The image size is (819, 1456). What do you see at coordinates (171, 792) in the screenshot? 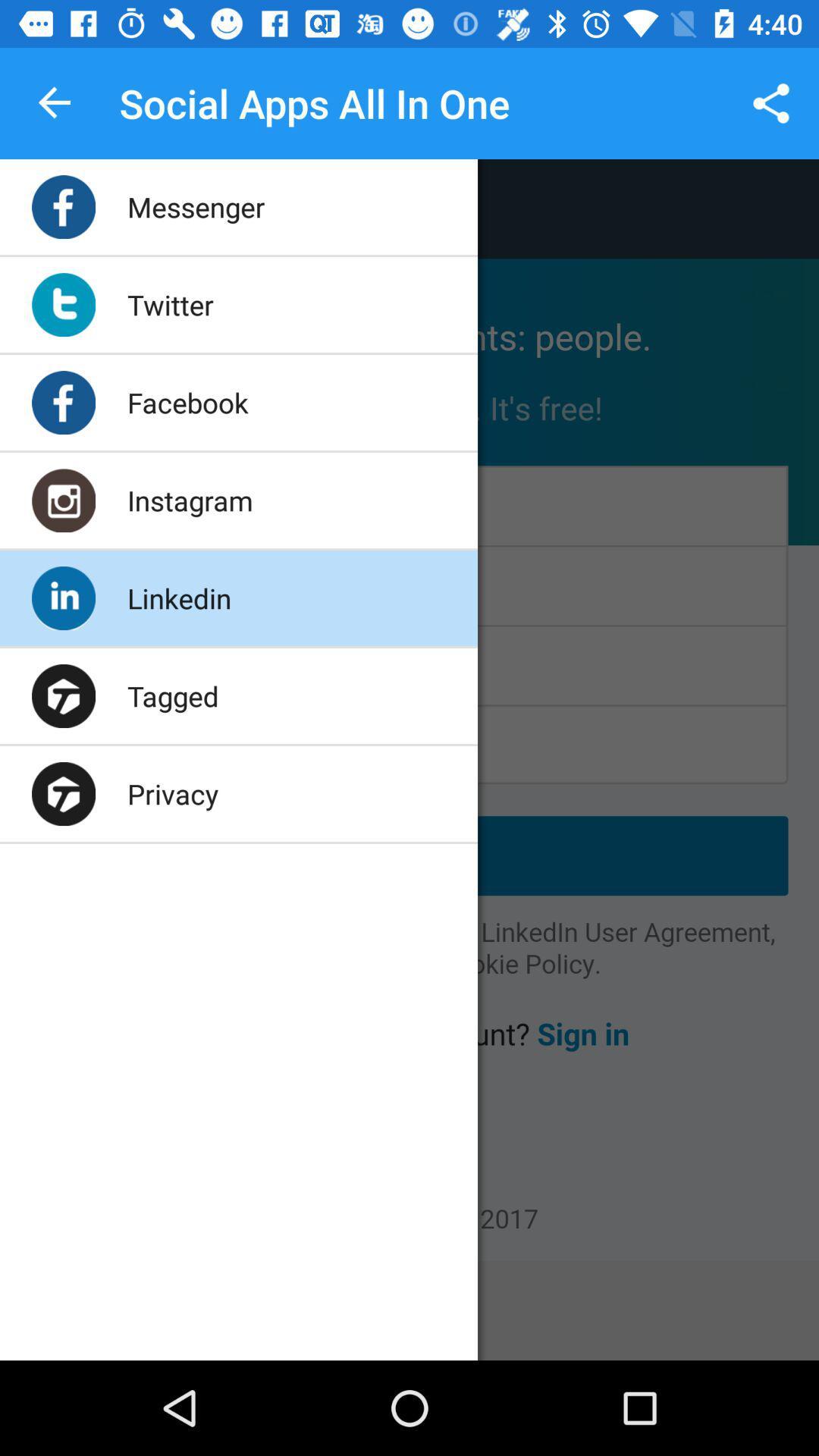
I see `the privacy` at bounding box center [171, 792].